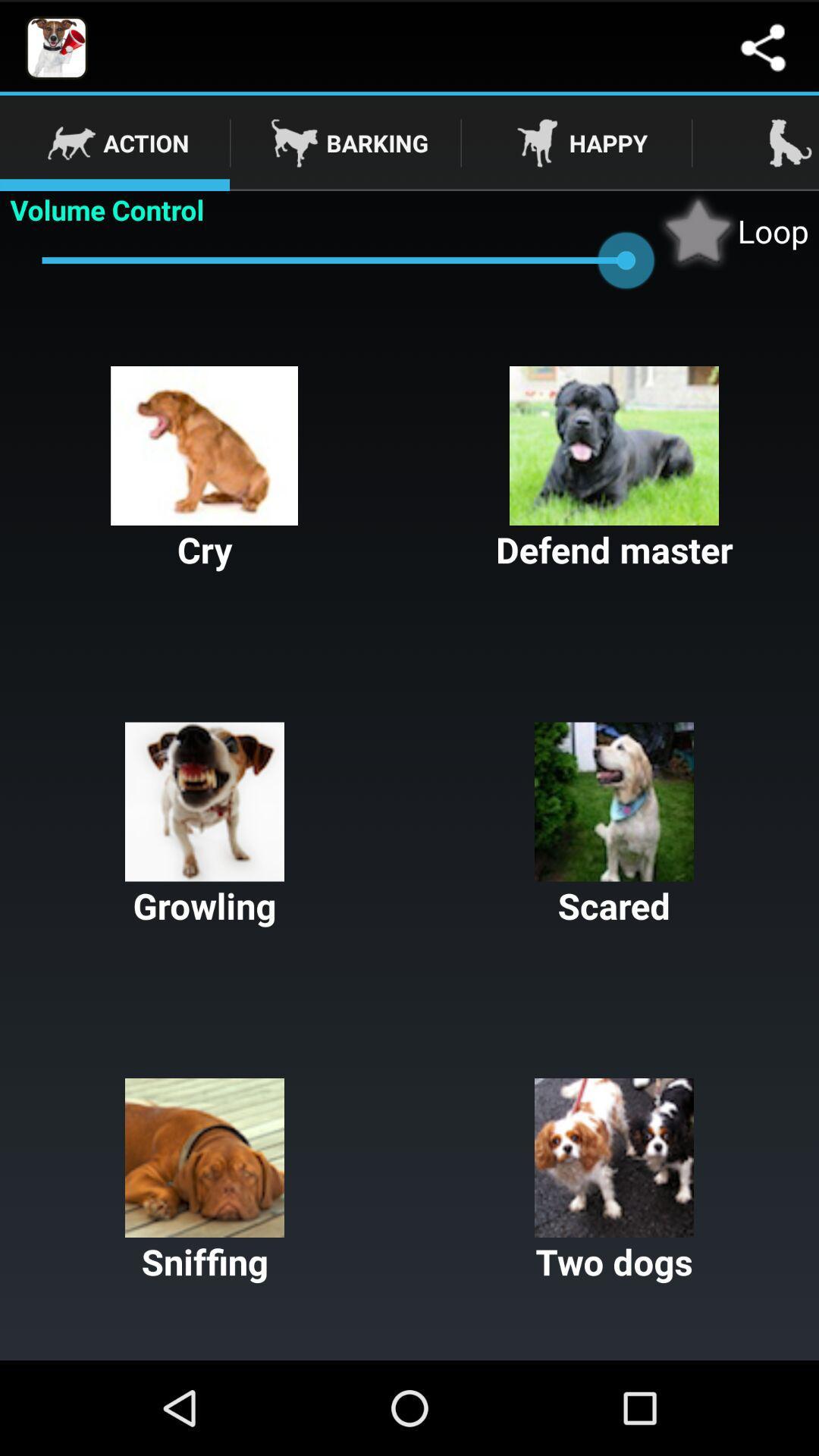  I want to click on the icon to the right of volume control, so click(733, 230).